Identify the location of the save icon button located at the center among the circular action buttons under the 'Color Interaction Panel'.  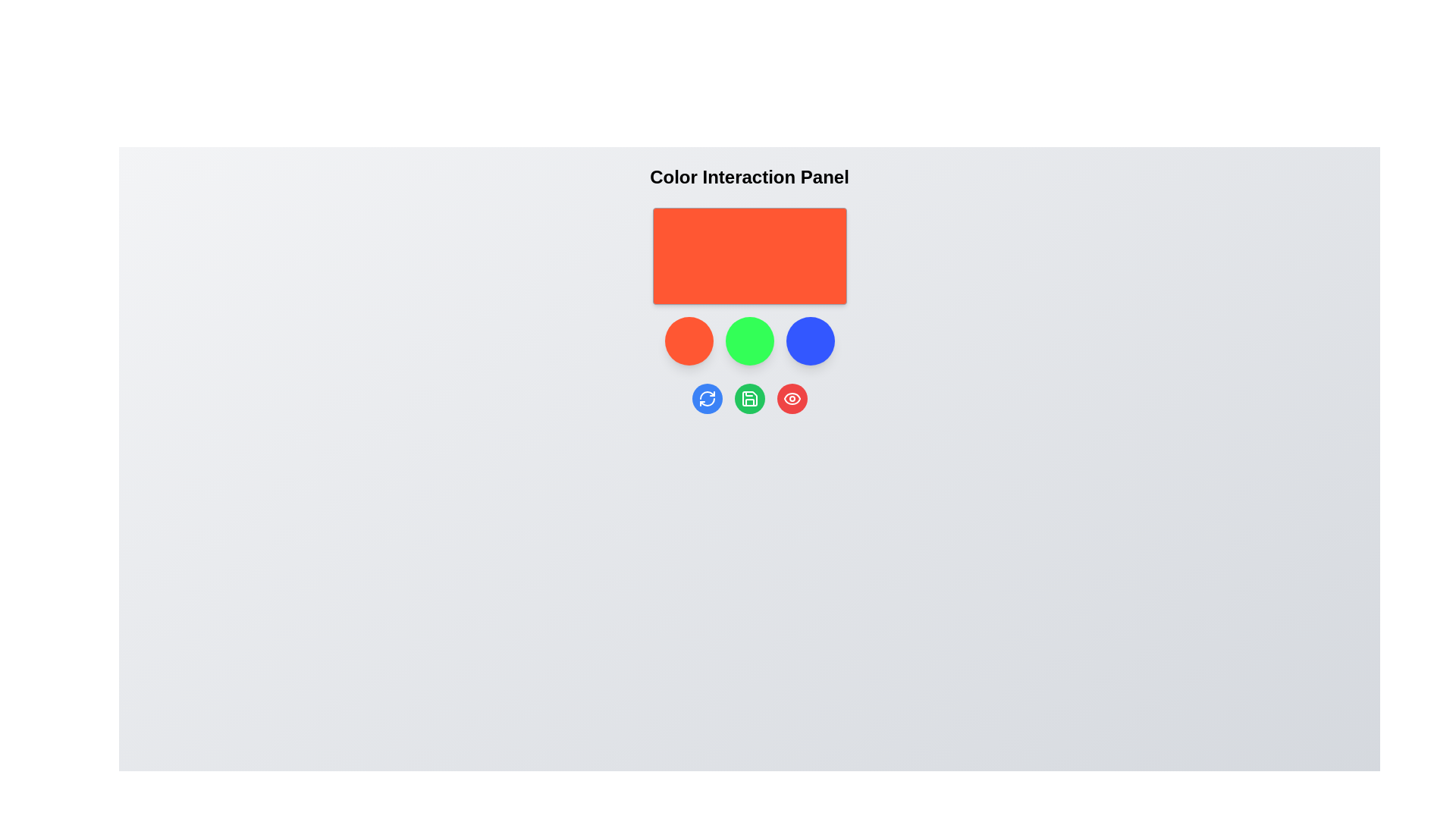
(749, 397).